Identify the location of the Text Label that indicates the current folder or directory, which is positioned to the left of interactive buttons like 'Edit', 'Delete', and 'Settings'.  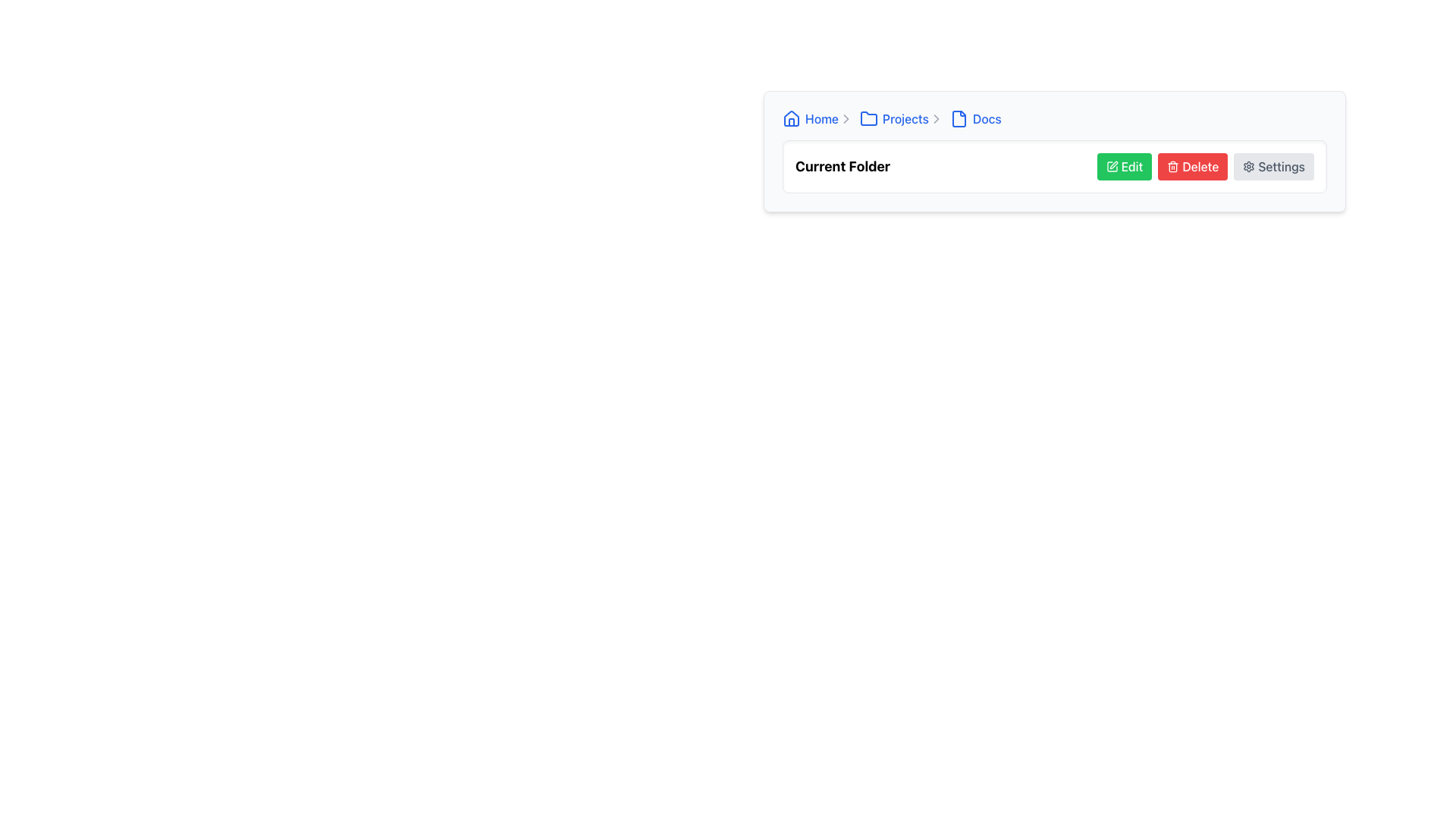
(842, 166).